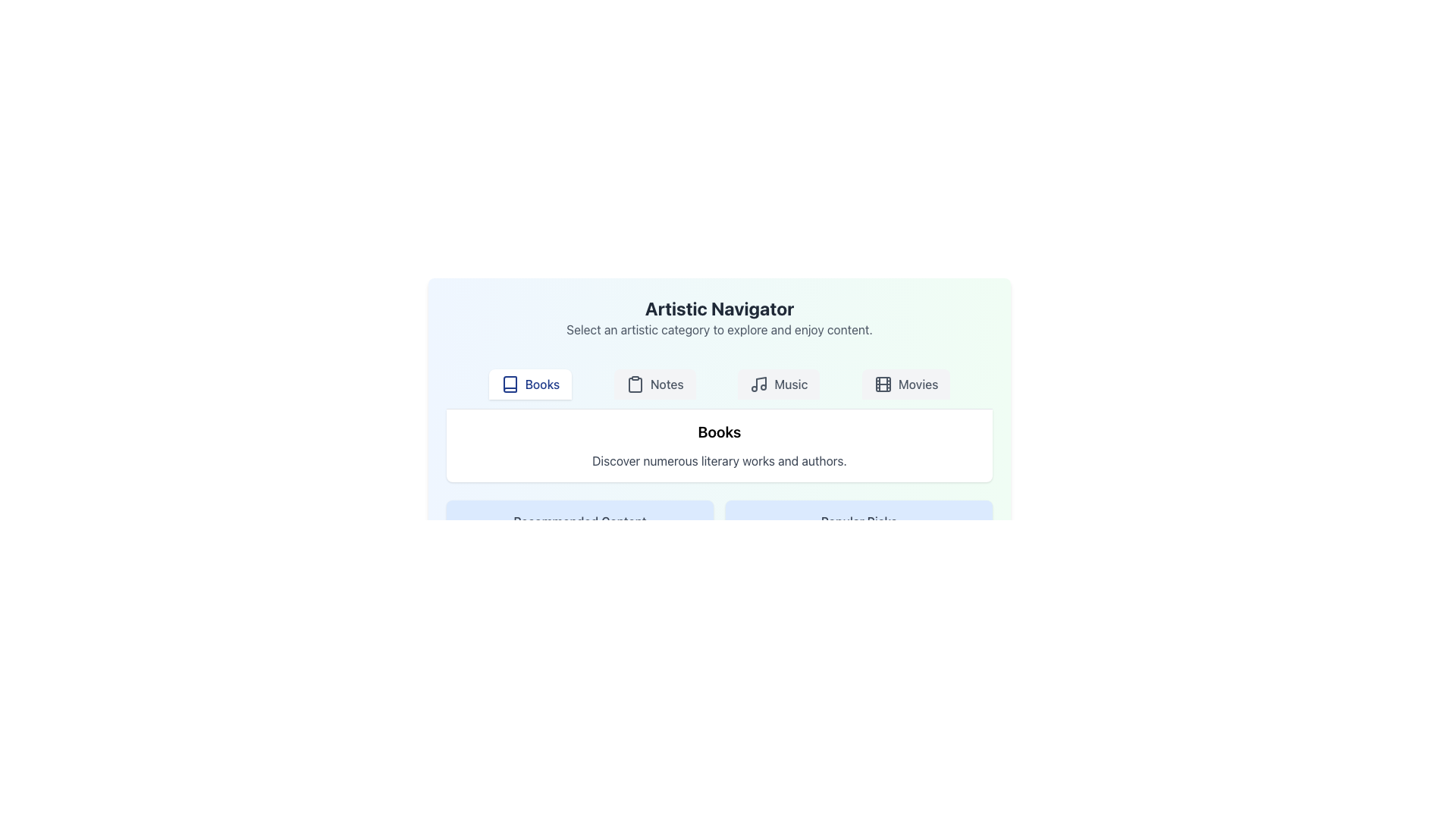 The height and width of the screenshot is (819, 1456). Describe the element at coordinates (719, 432) in the screenshot. I see `the 'Books' text label, which is presented in a bold and enlarged font, located in the upper-middle section of the interface within a white rectangular area` at that location.